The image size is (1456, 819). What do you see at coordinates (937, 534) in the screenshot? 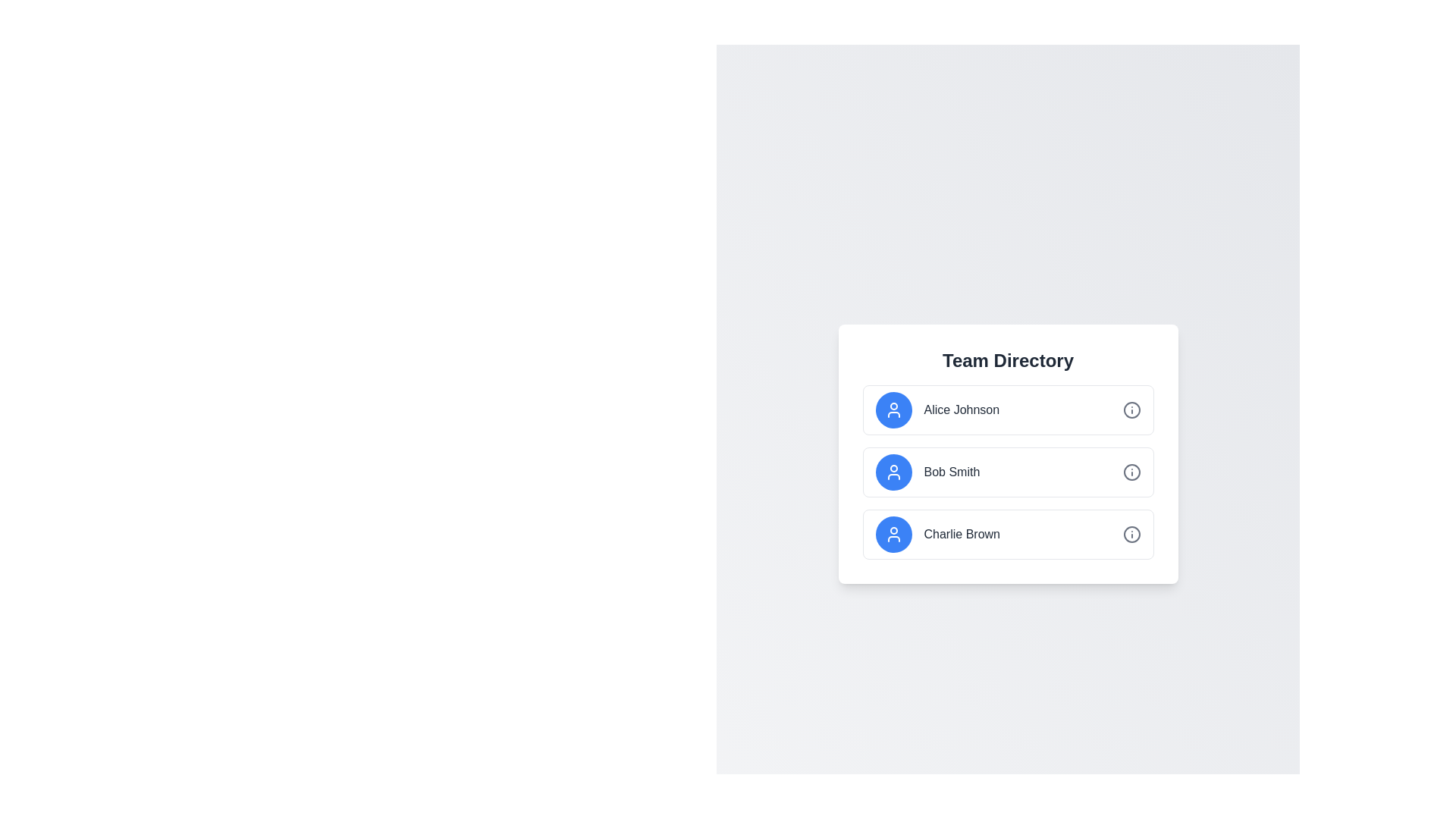
I see `the Profile entry for 'Charlie Brown', which is represented by a rounded blue circle with a user icon` at bounding box center [937, 534].